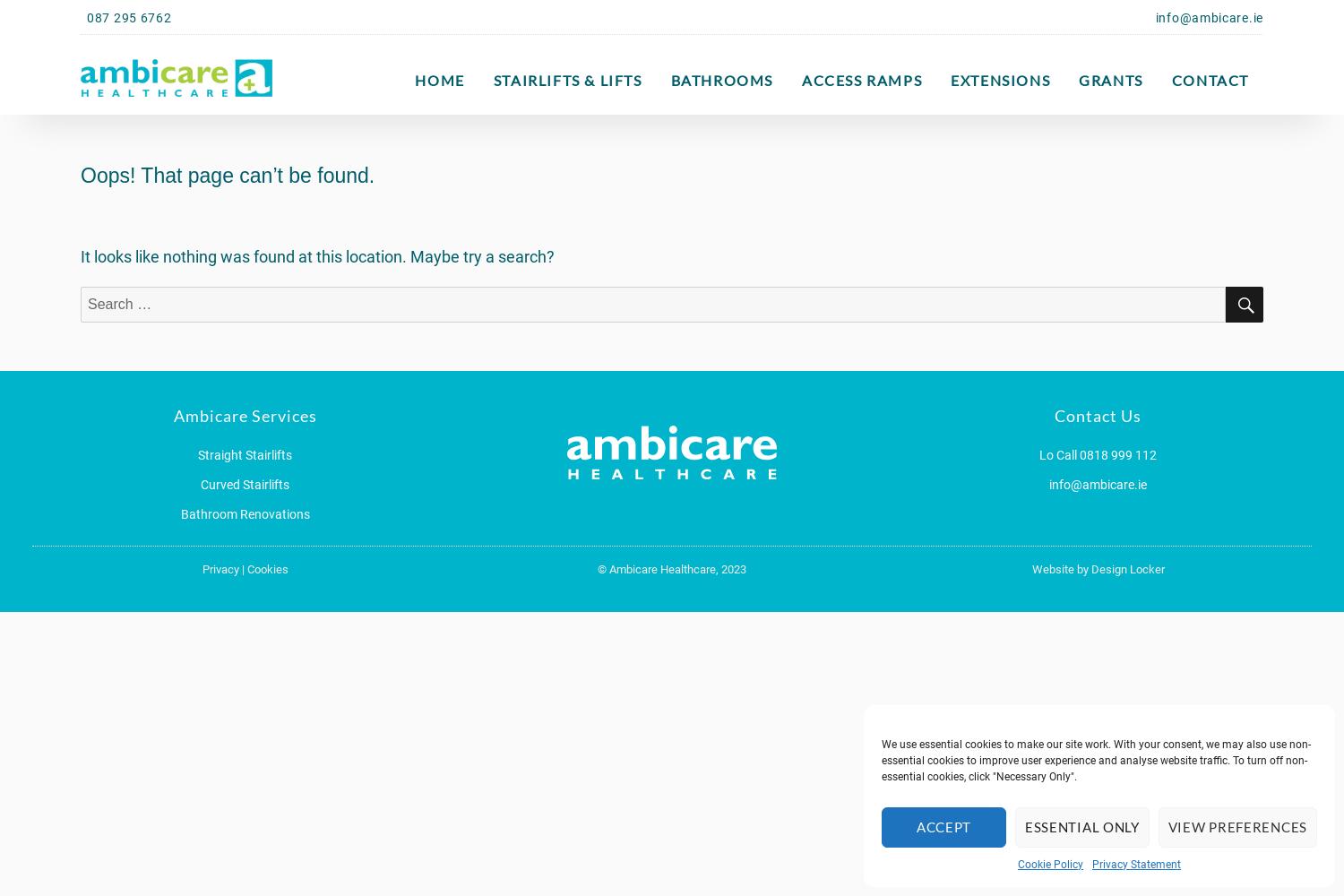 The width and height of the screenshot is (1344, 896). Describe the element at coordinates (438, 79) in the screenshot. I see `'Home'` at that location.